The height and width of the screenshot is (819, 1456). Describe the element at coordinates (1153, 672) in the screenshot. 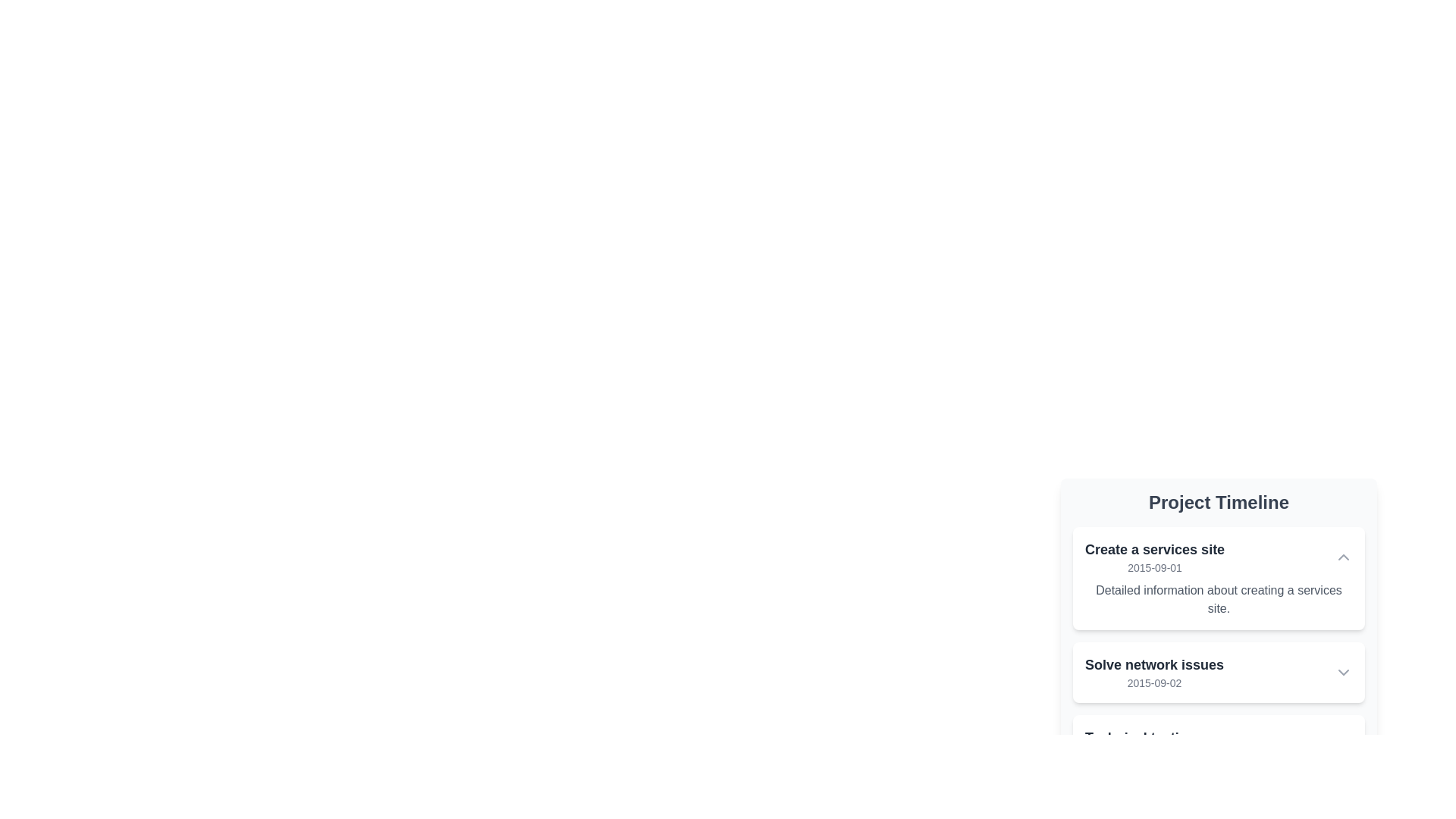

I see `the Text Component displaying 'Solve network issues' scheduled on '2015-09-02', which is the second item in the 'Project Timeline' list` at that location.